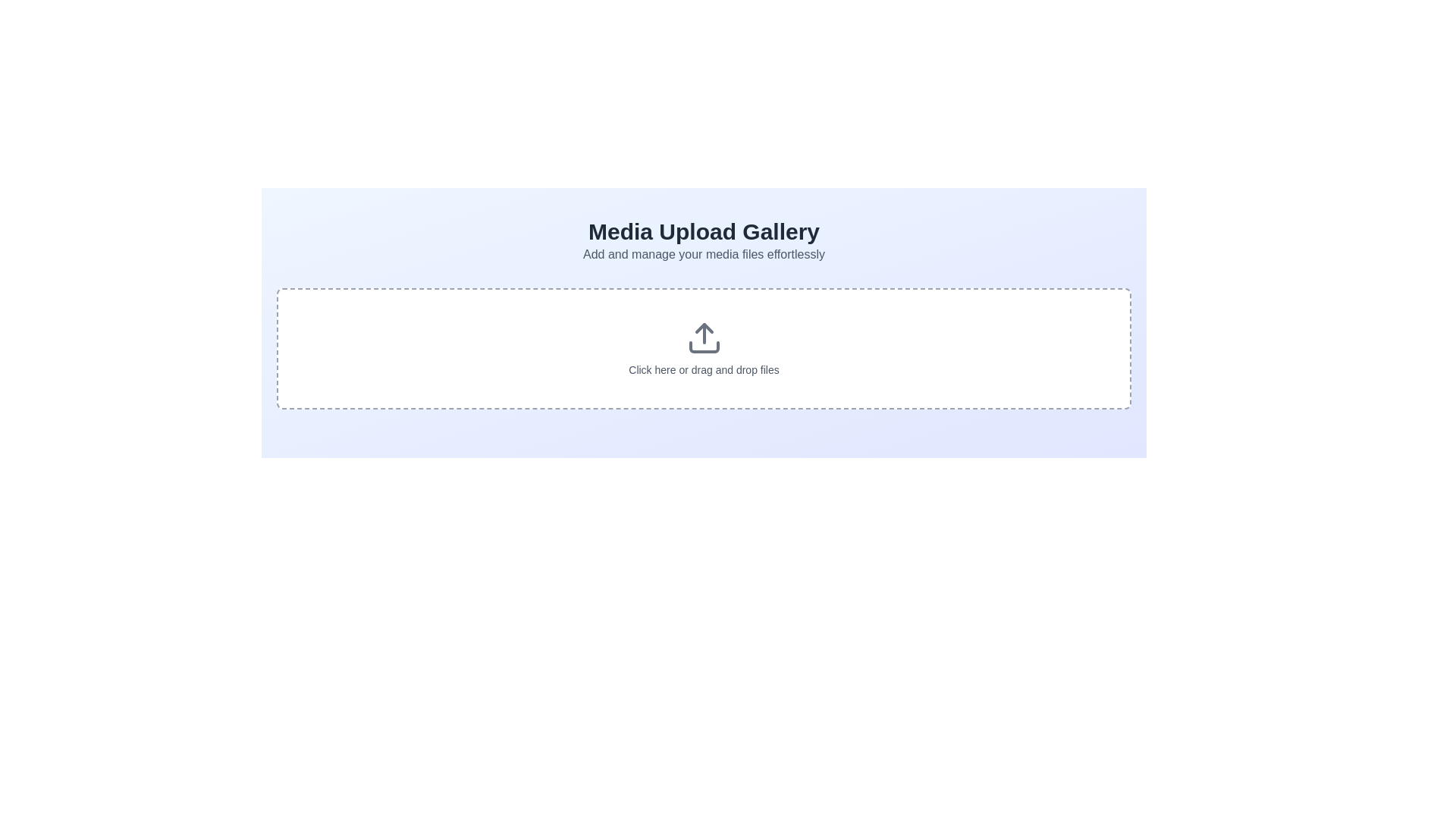 This screenshot has height=819, width=1456. What do you see at coordinates (703, 253) in the screenshot?
I see `the text label that reads 'Add and manage your media files effortlessly.' which is styled in gray and positioned below the 'Media Upload Gallery' heading` at bounding box center [703, 253].